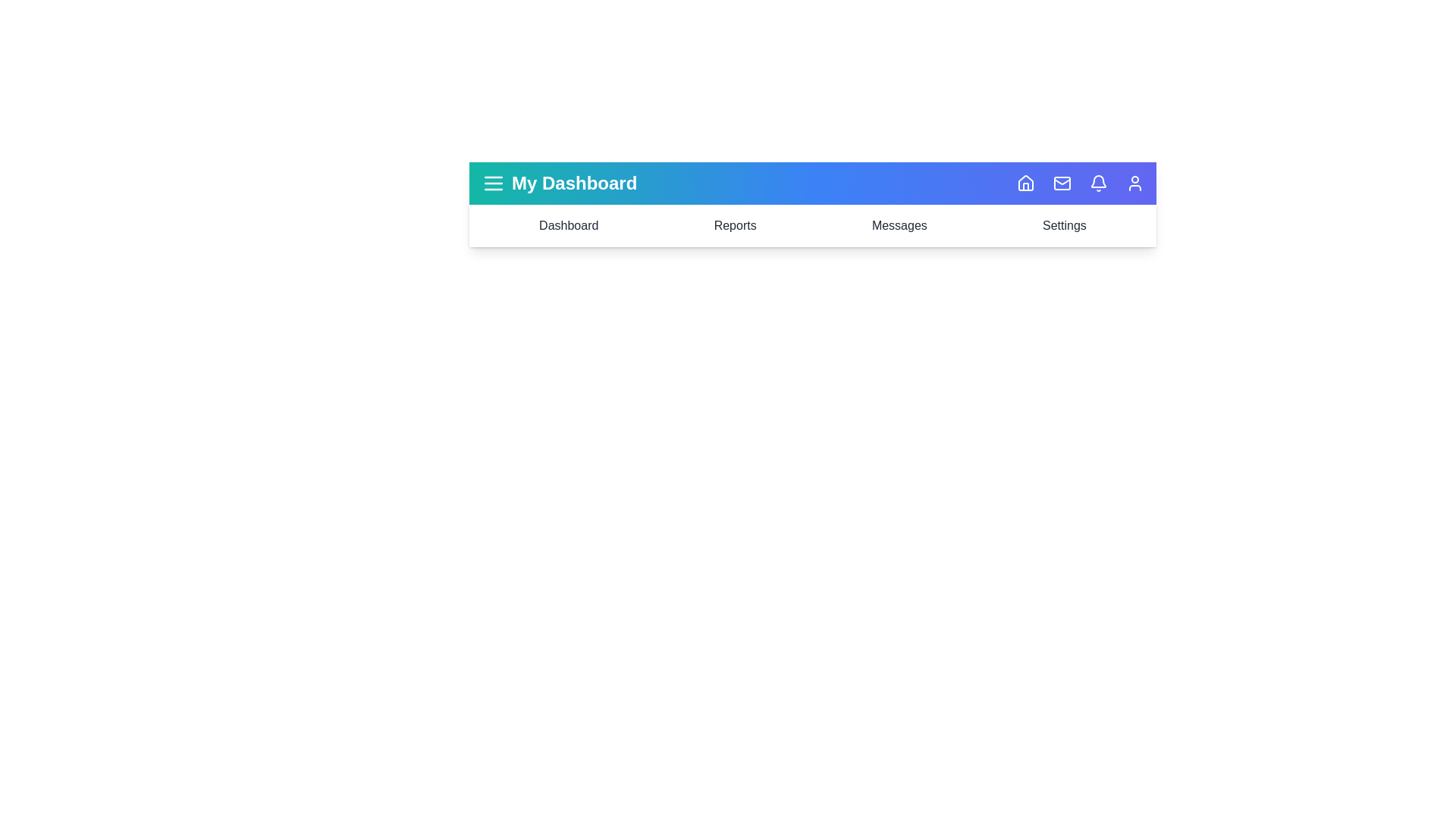 Image resolution: width=1456 pixels, height=819 pixels. What do you see at coordinates (1026, 183) in the screenshot?
I see `the home icon in the top bar` at bounding box center [1026, 183].